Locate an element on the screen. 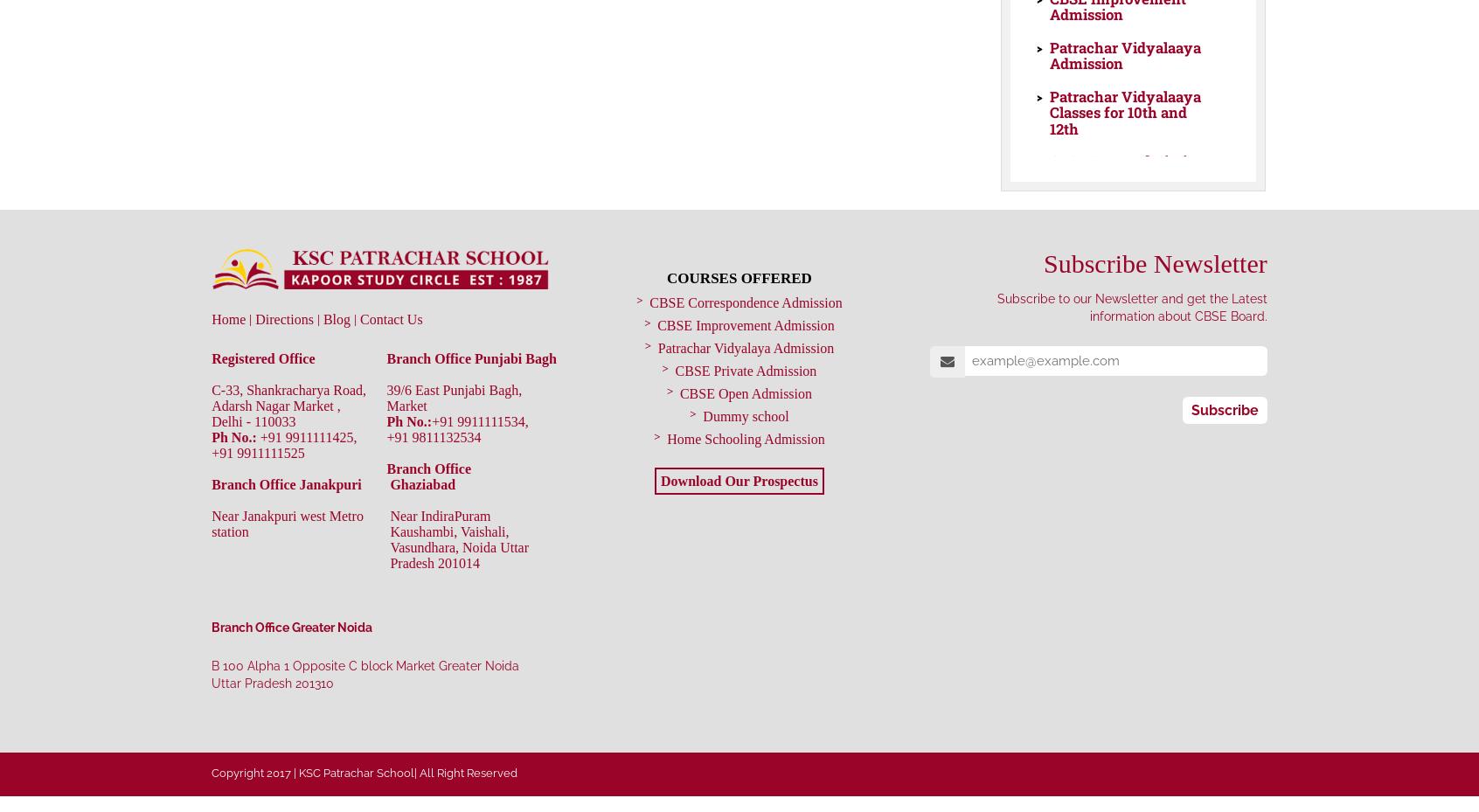  'Subscribe to our Newsletter and get the Latest information about CBSE Board.' is located at coordinates (1130, 307).